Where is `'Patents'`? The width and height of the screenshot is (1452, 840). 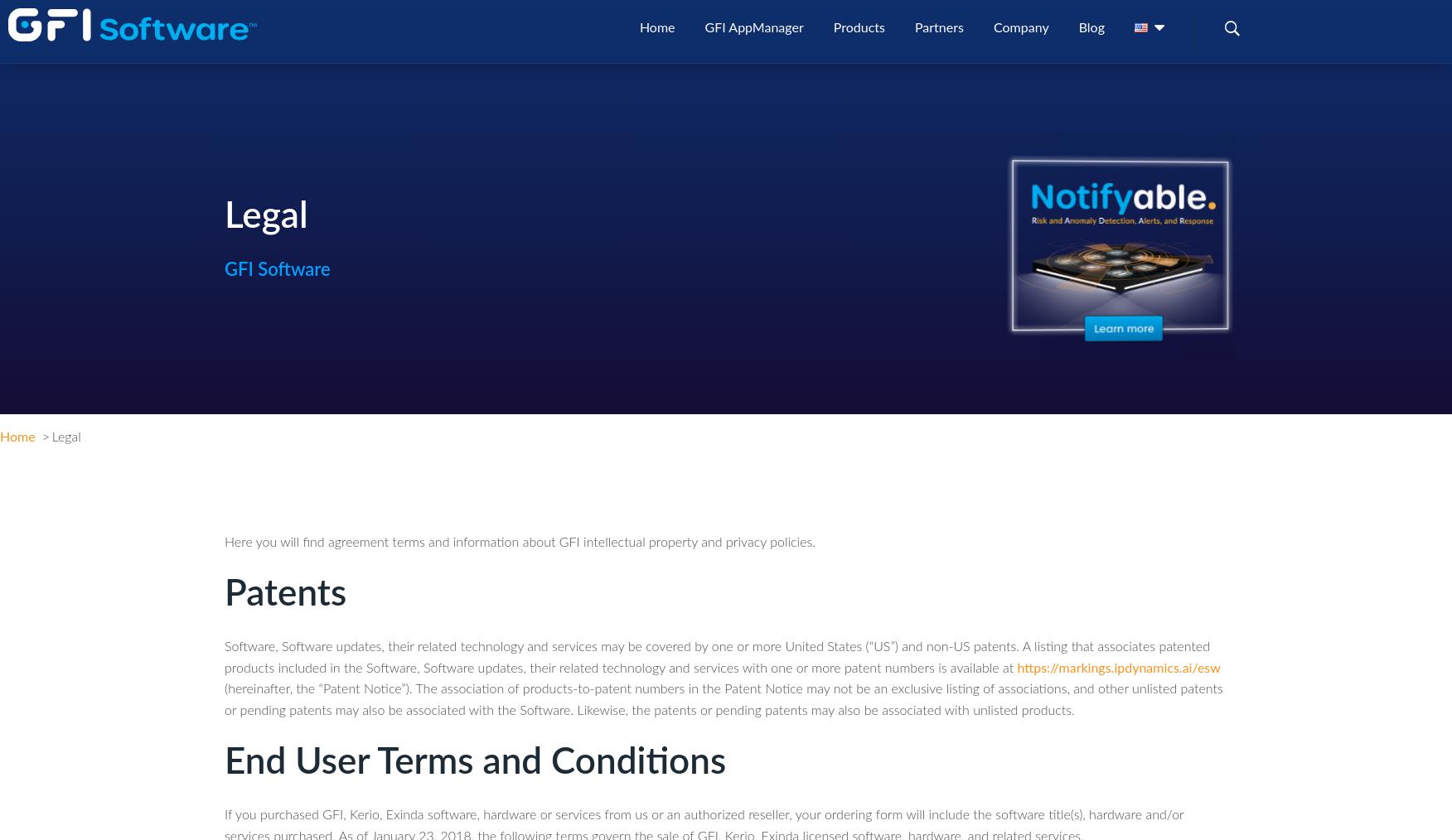
'Patents' is located at coordinates (285, 594).